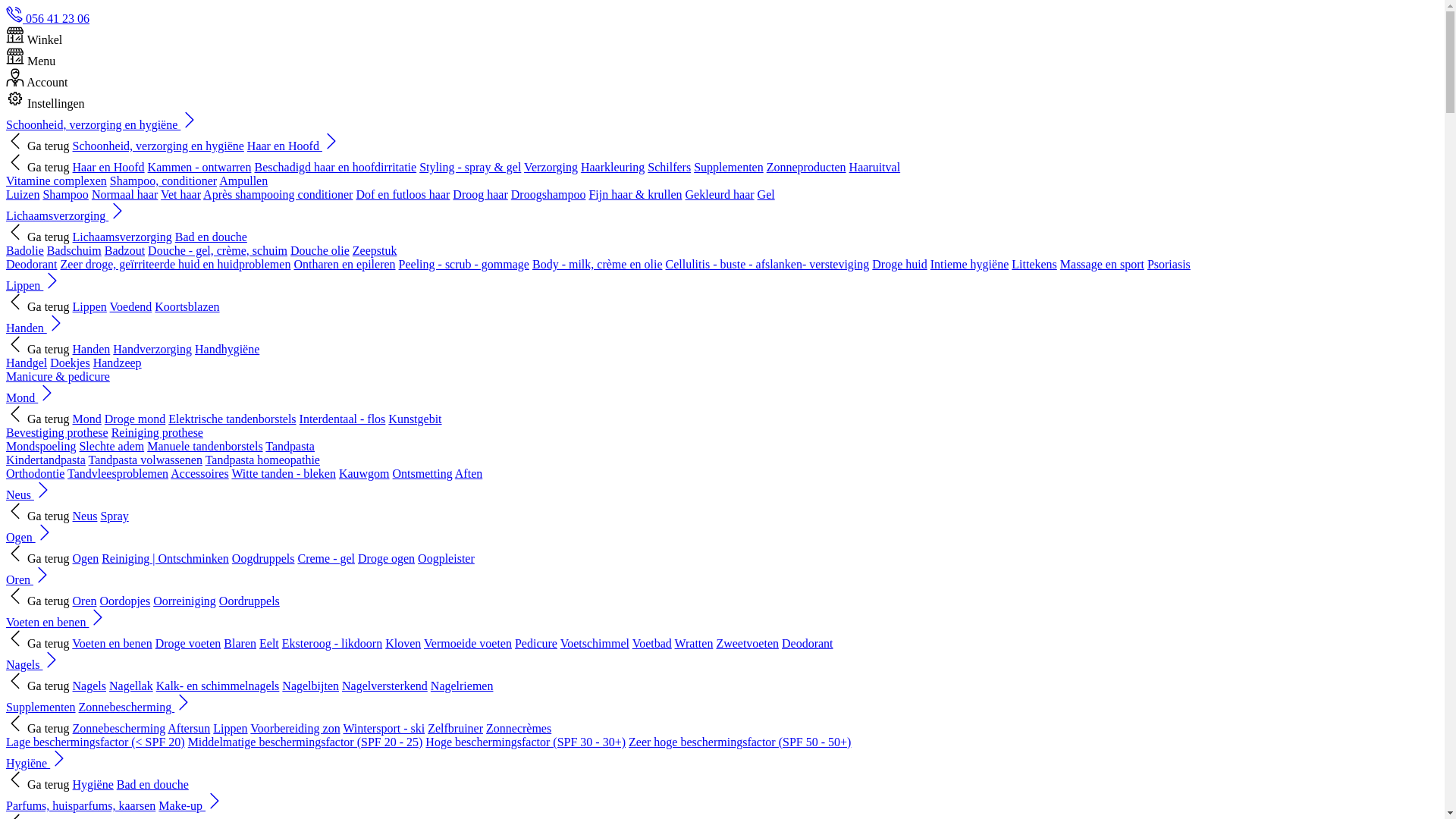 The image size is (1456, 819). I want to click on 'Zeepstuk', so click(375, 249).